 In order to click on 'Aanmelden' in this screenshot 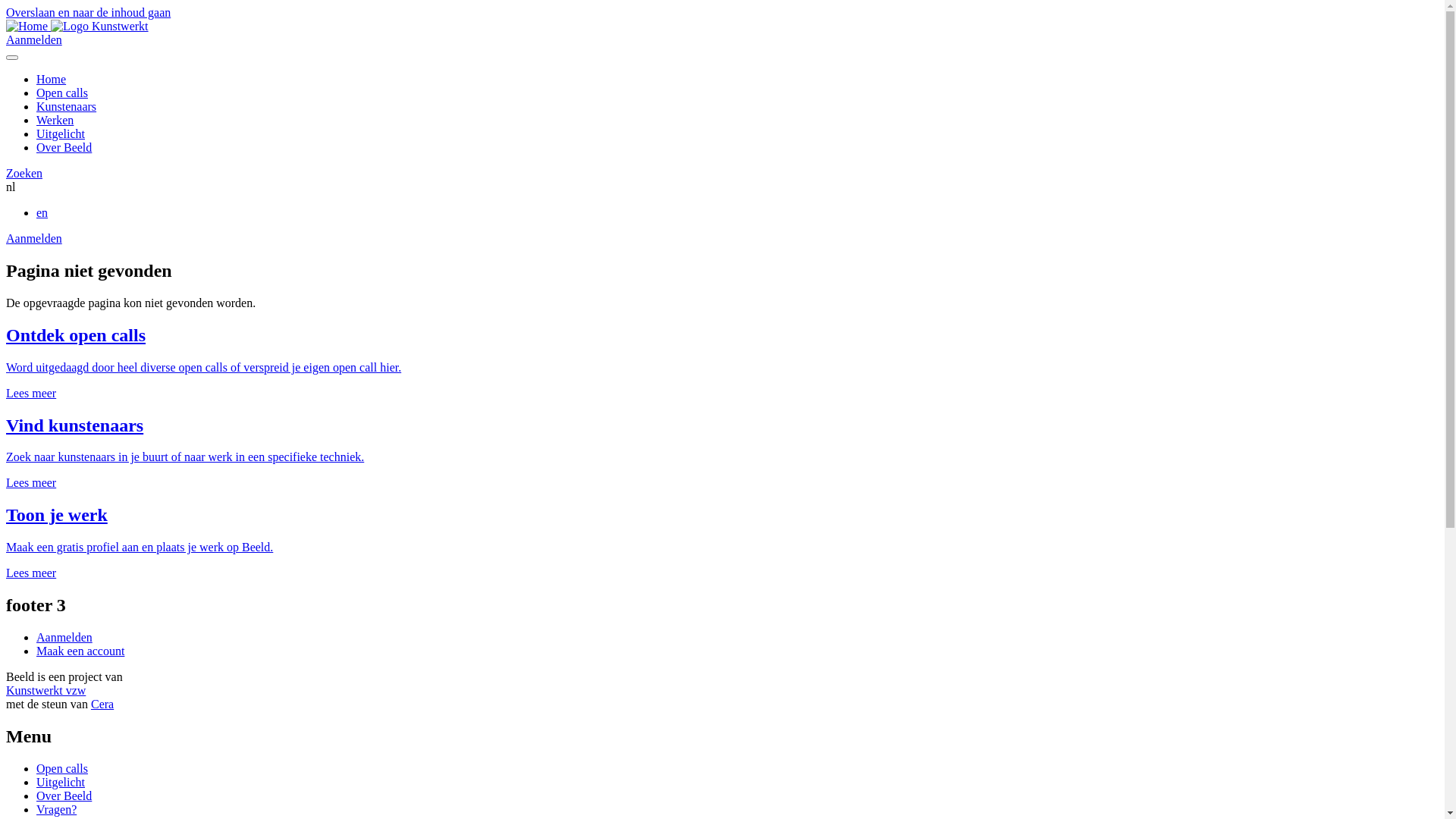, I will do `click(33, 39)`.